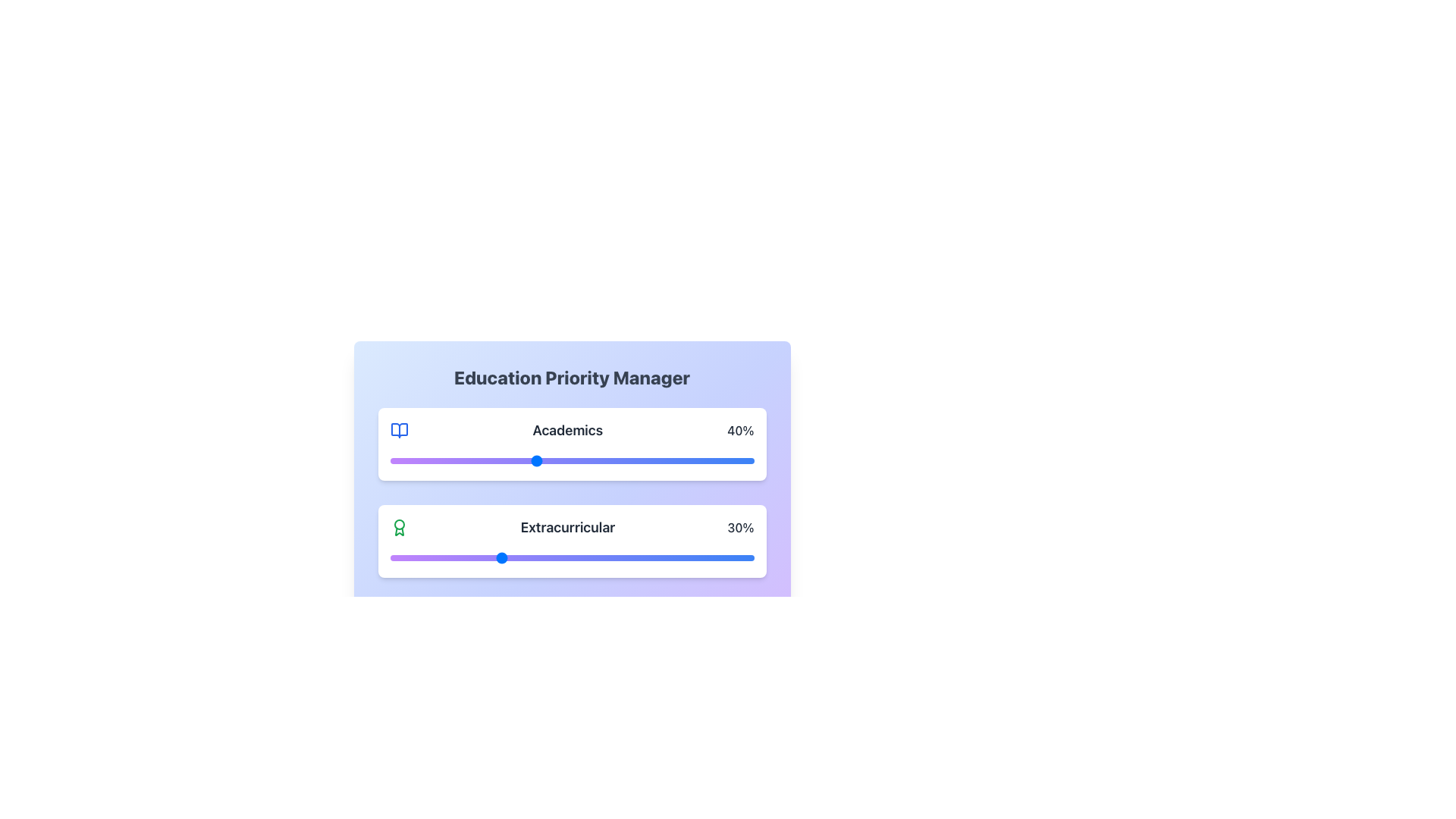 This screenshot has height=819, width=1456. I want to click on the 'Academics' label for the slider component that is positioned between an open book icon and the text '40%' in the Education Priority Manager interface, so click(566, 430).